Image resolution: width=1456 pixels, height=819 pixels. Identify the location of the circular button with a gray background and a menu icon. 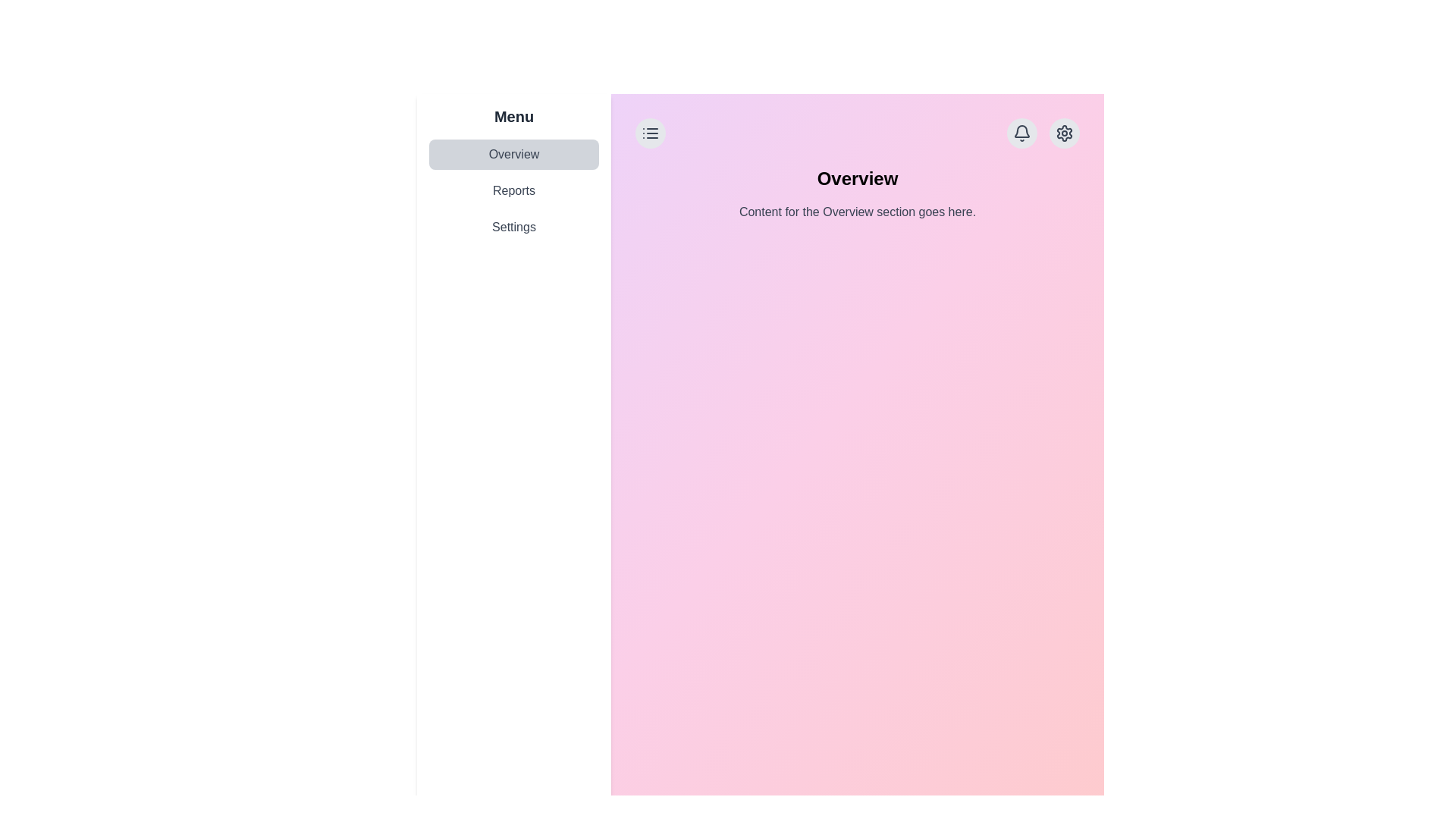
(651, 133).